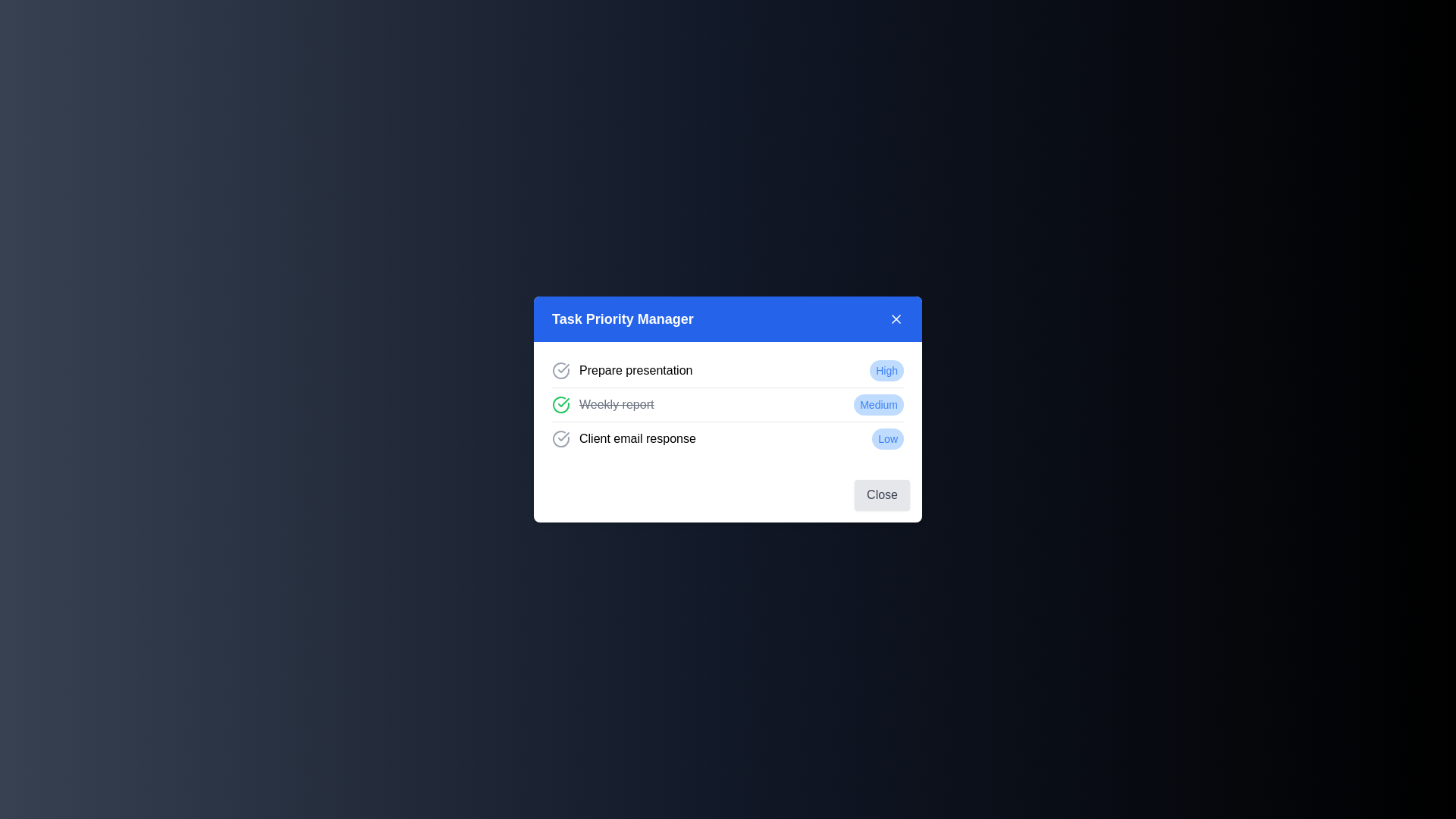 The image size is (1456, 819). I want to click on the text label displaying 'Weekly report' which is styled with a line-through effect, indicating a completed task, located within the second row of the task list under 'Task Priority Manager', so click(617, 403).